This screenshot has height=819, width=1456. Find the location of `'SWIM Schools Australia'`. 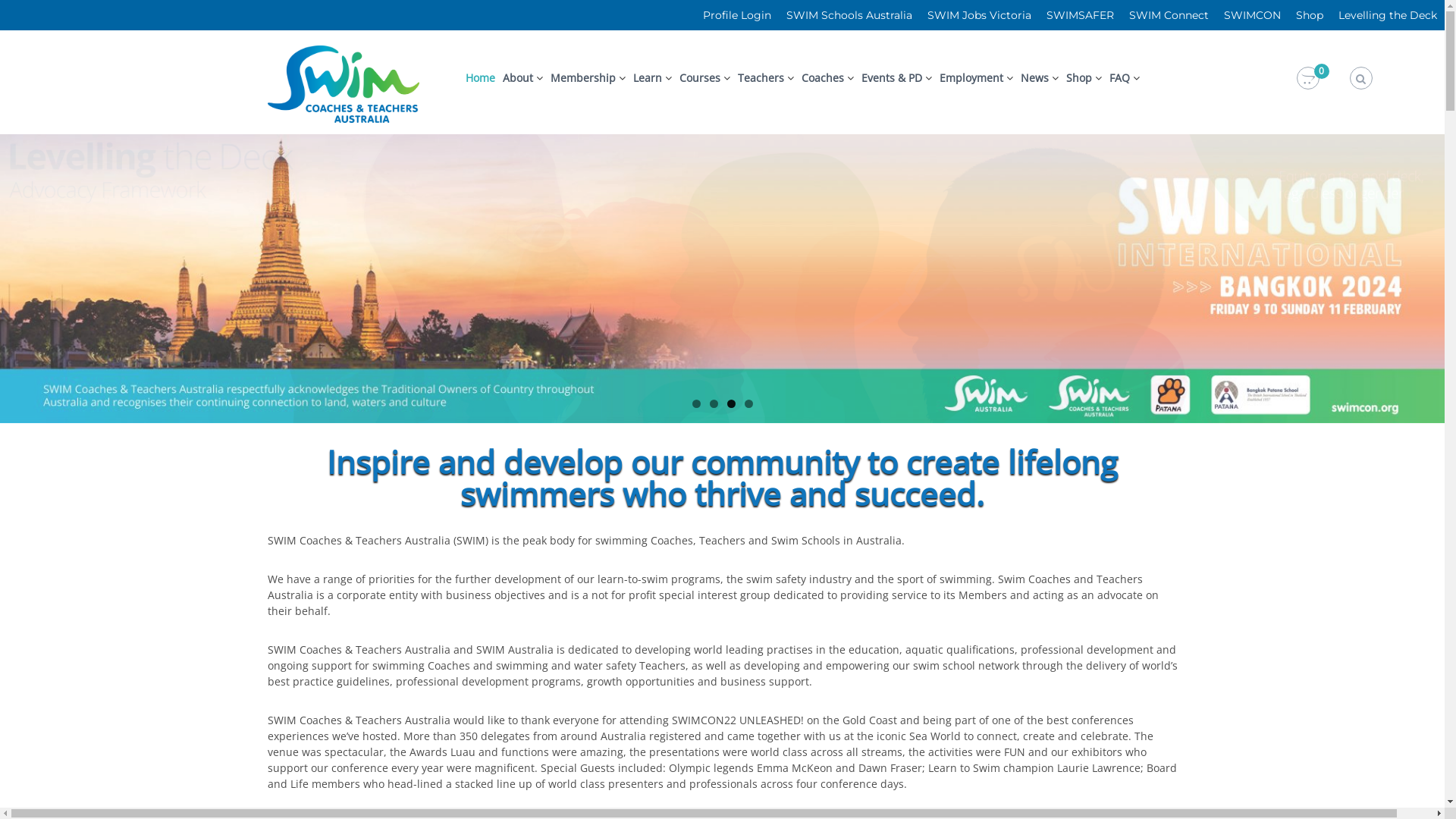

'SWIM Schools Australia' is located at coordinates (779, 14).